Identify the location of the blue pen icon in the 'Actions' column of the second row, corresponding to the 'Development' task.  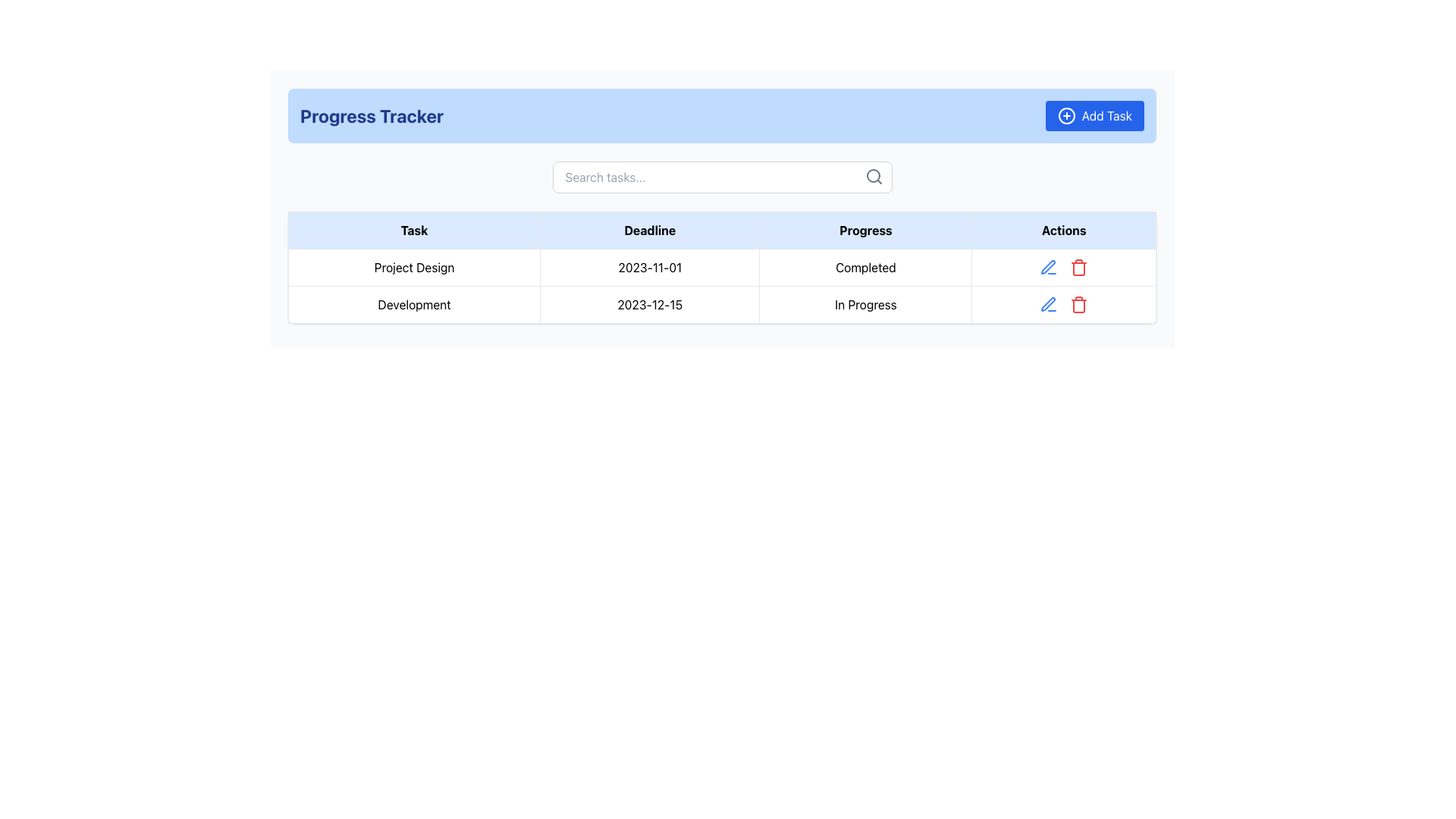
(1047, 265).